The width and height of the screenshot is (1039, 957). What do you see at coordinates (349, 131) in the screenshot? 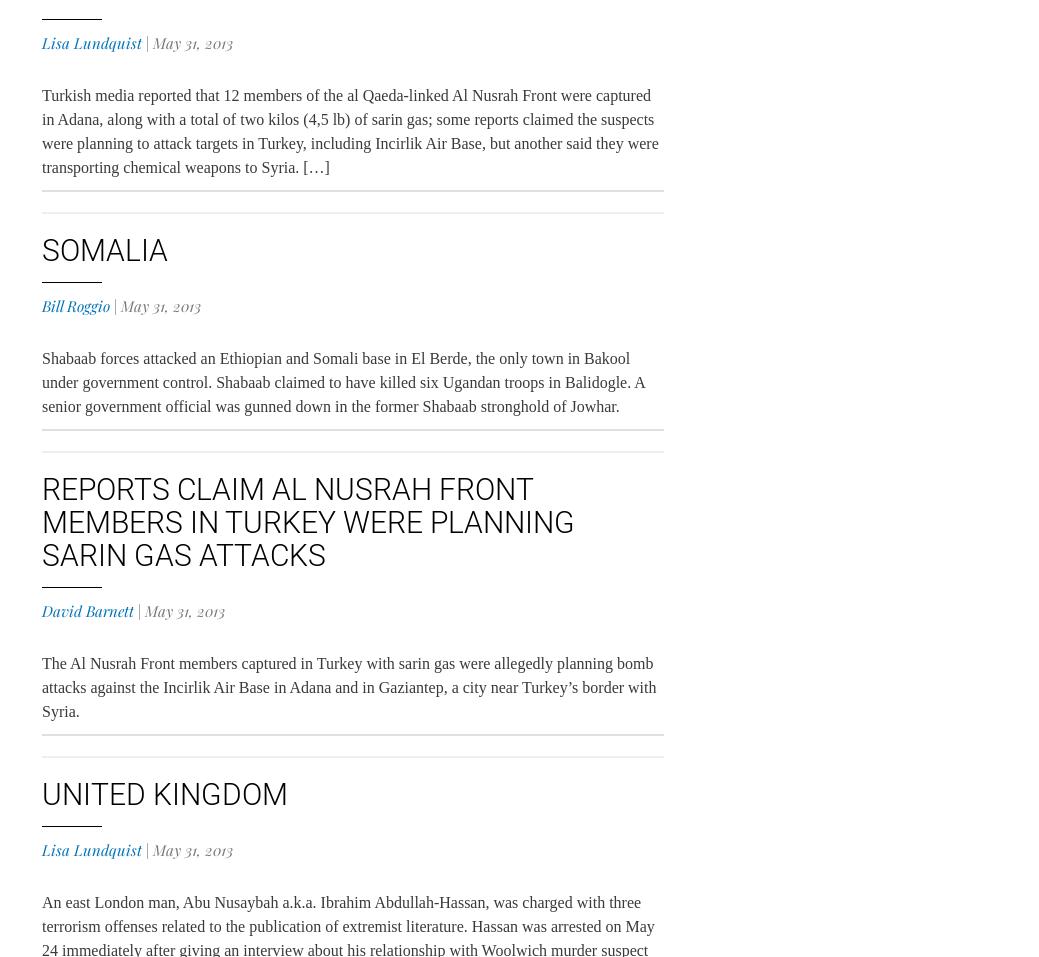
I see `'Turkish media reported that 12 members of the al Qaeda-linked Al Nusrah Front were captured in Adana, along with a total of two kilos (4,5 lb) of sarin gas; some reports claimed the suspects were planning to attack targets in Turkey, including Incirlik Air Base, but another said they were transporting chemical weapons to Syria. […]'` at bounding box center [349, 131].